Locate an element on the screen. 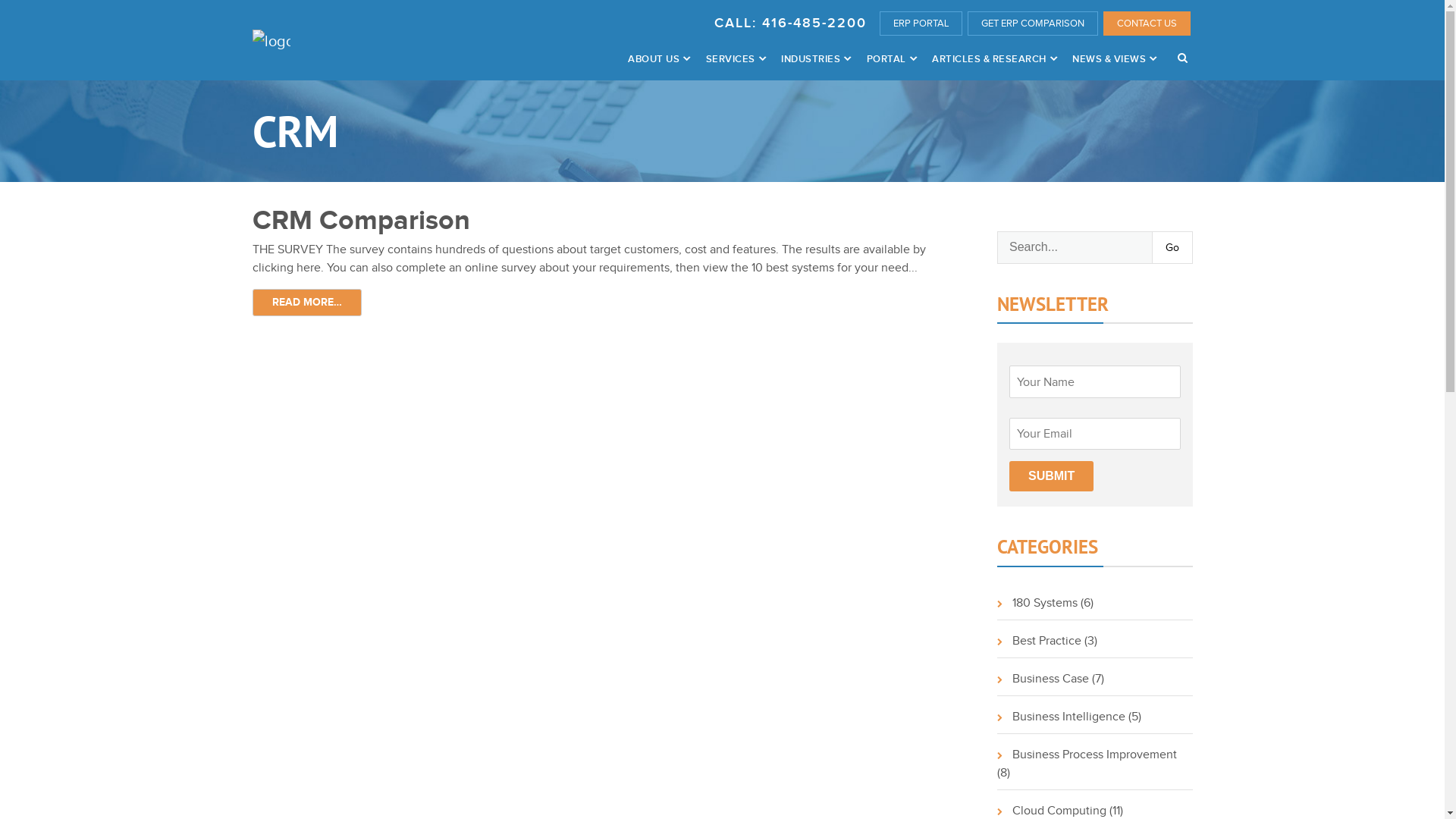  '180 Systems' is located at coordinates (1037, 601).